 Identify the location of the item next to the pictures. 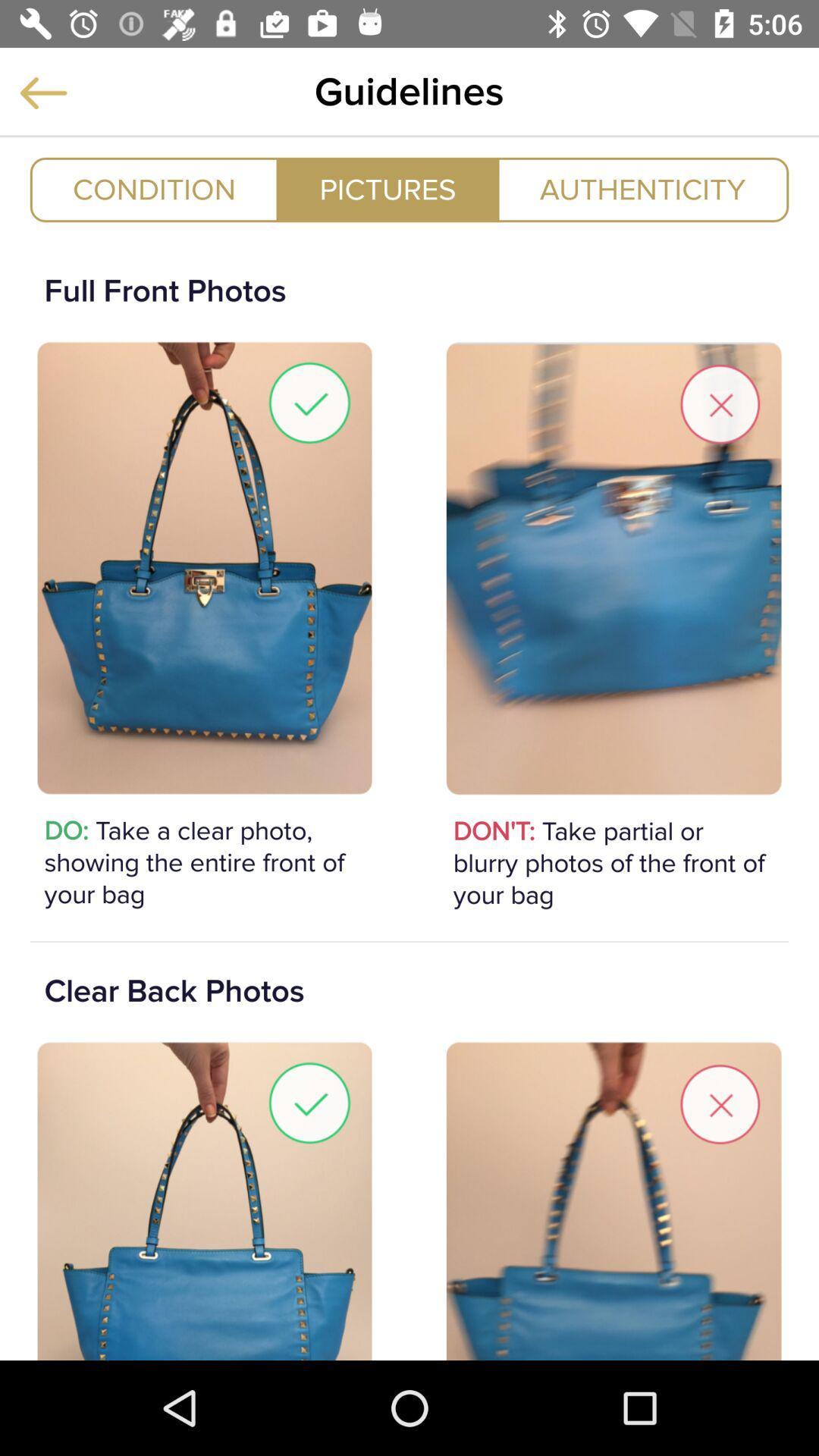
(154, 189).